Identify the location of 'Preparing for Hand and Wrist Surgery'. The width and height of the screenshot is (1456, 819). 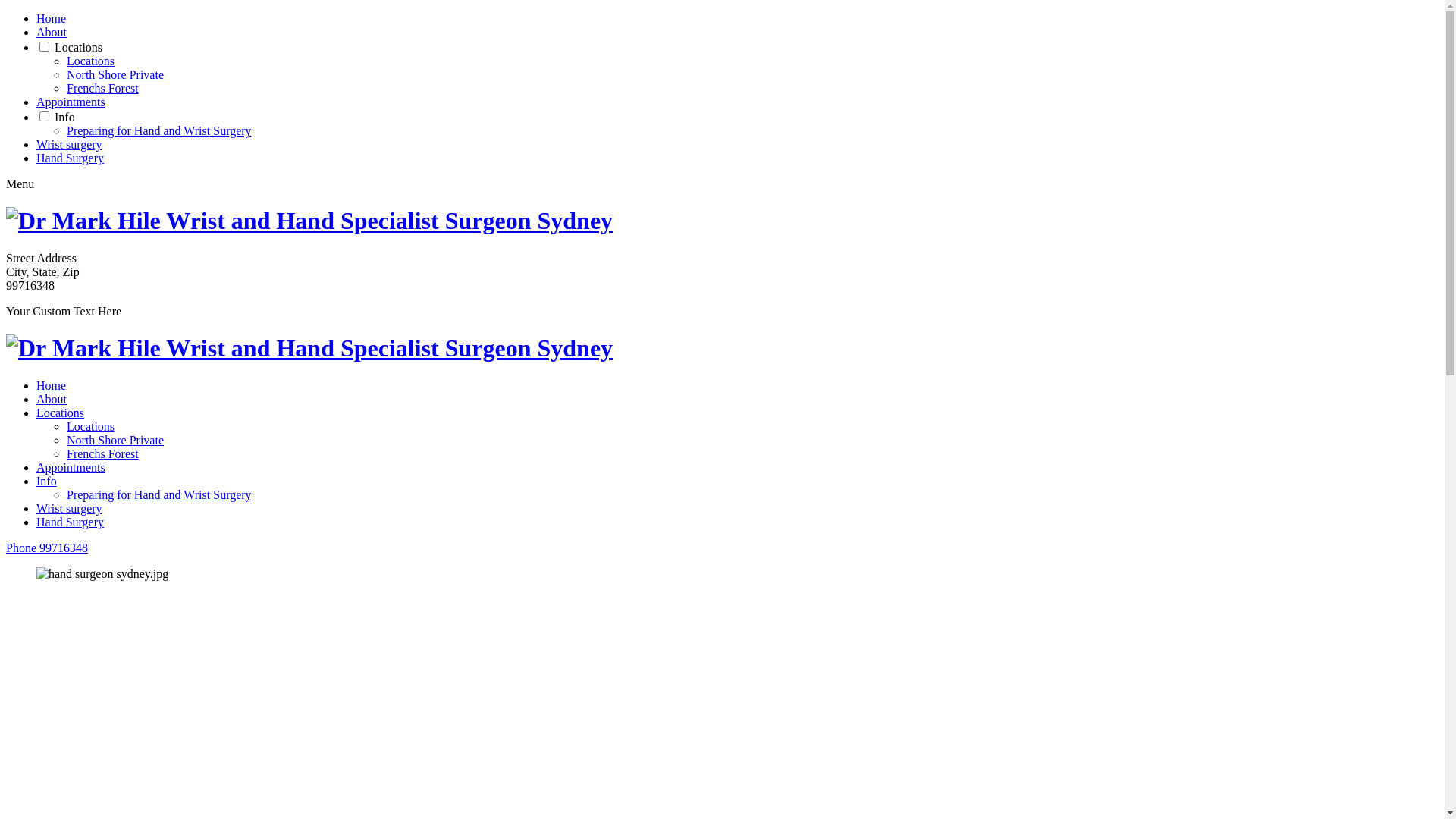
(65, 130).